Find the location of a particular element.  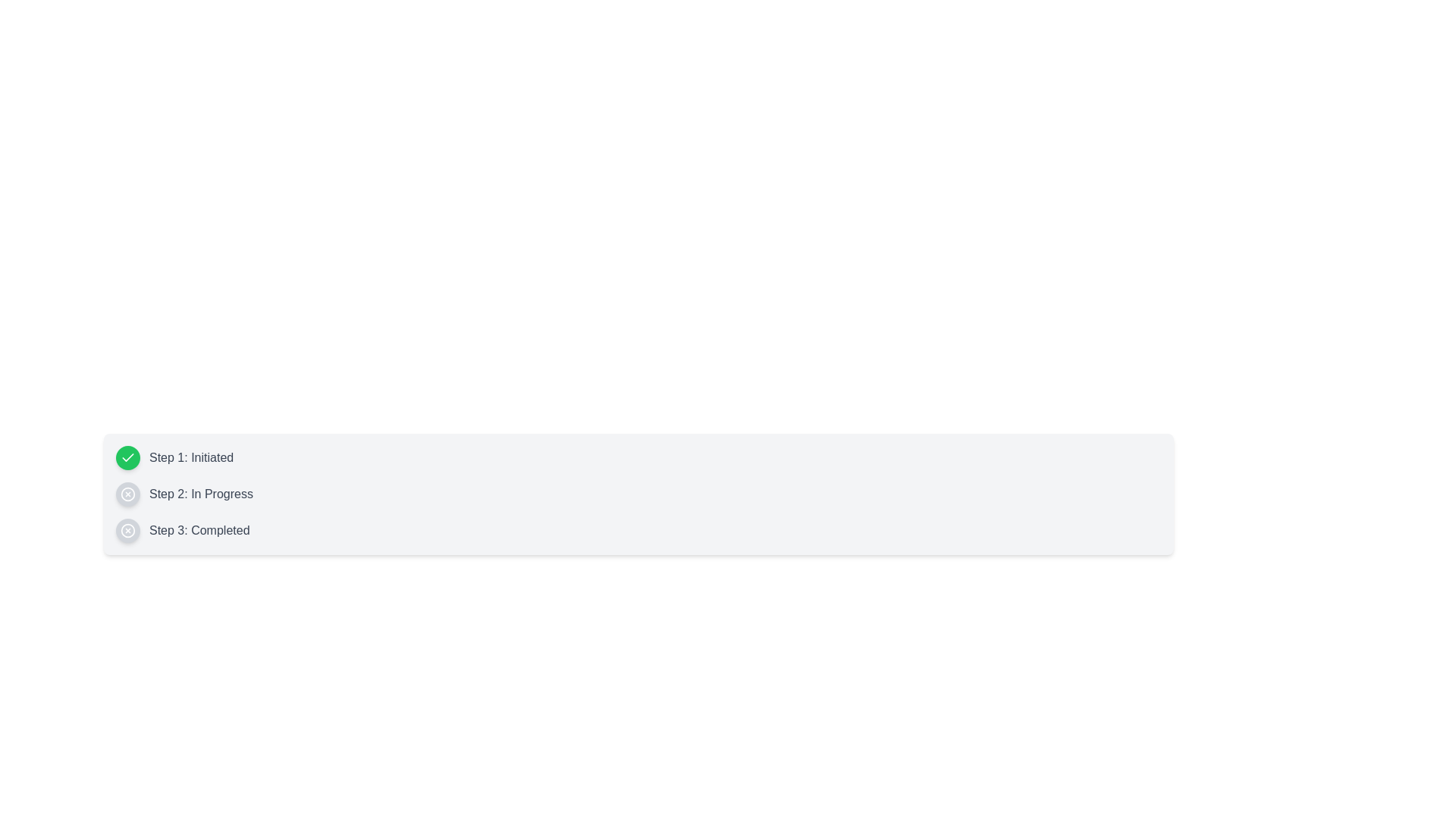

the third circular status indicator in the list, which has a gray background and a white 'X' in the center, indicating a canceled status is located at coordinates (127, 529).